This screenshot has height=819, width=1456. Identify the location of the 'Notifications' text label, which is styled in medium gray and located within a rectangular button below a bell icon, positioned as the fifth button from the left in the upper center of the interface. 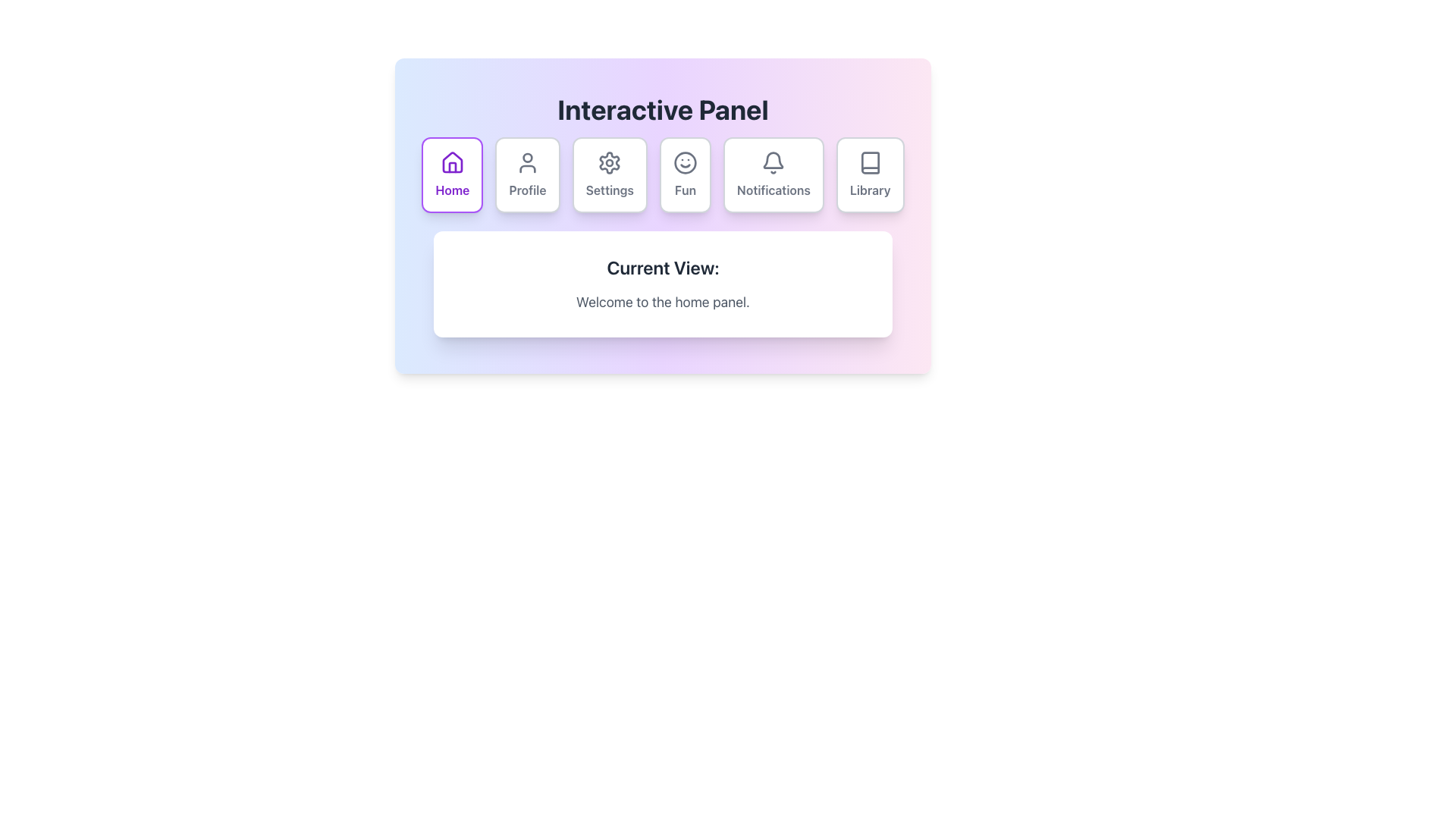
(773, 189).